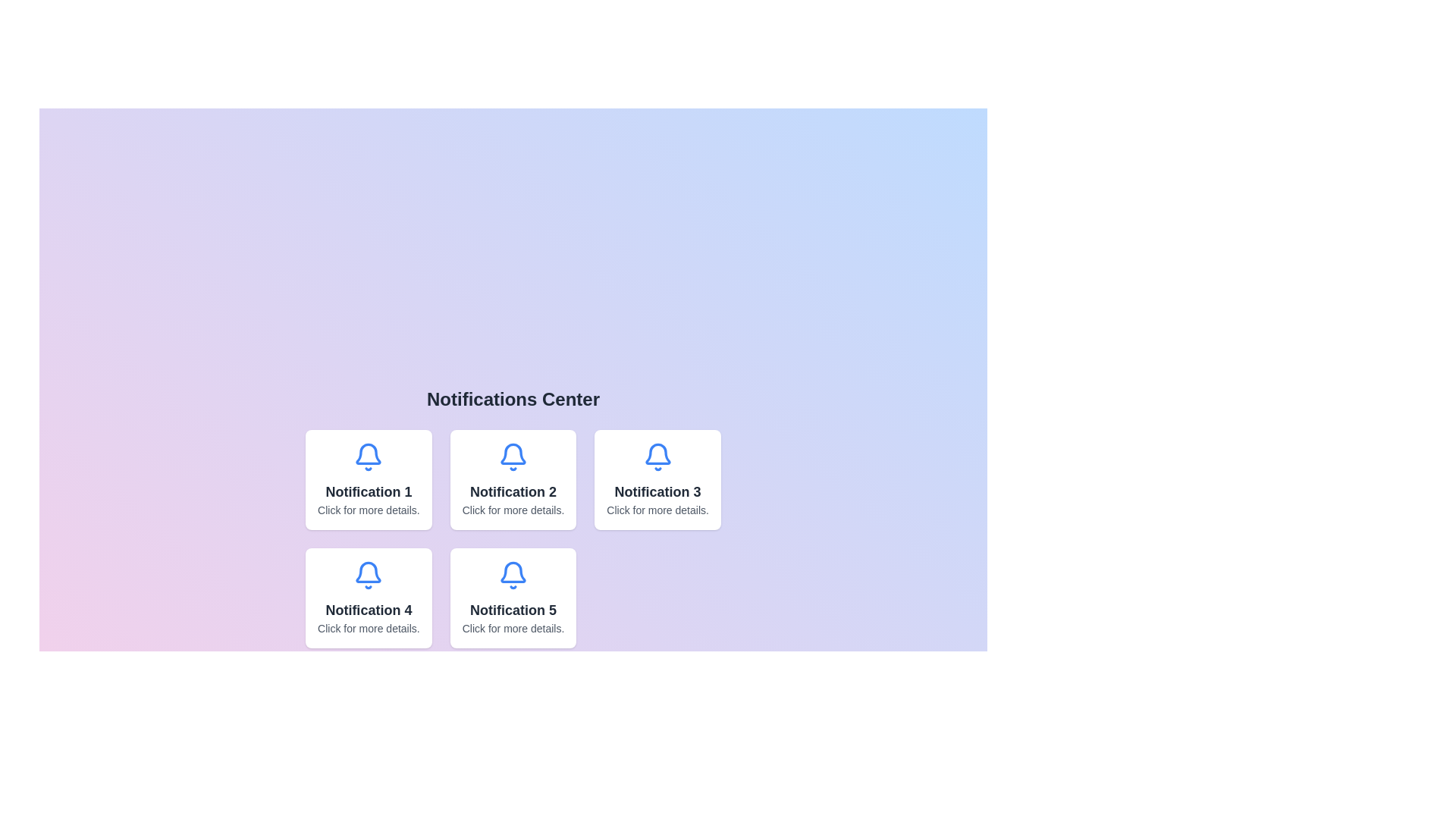 The height and width of the screenshot is (819, 1456). I want to click on the text label that serves as the title of the notification card, which is located at the bottom-right corner of the grid, positioned above the subtitle 'Click for more details.' and below an icon, so click(513, 610).